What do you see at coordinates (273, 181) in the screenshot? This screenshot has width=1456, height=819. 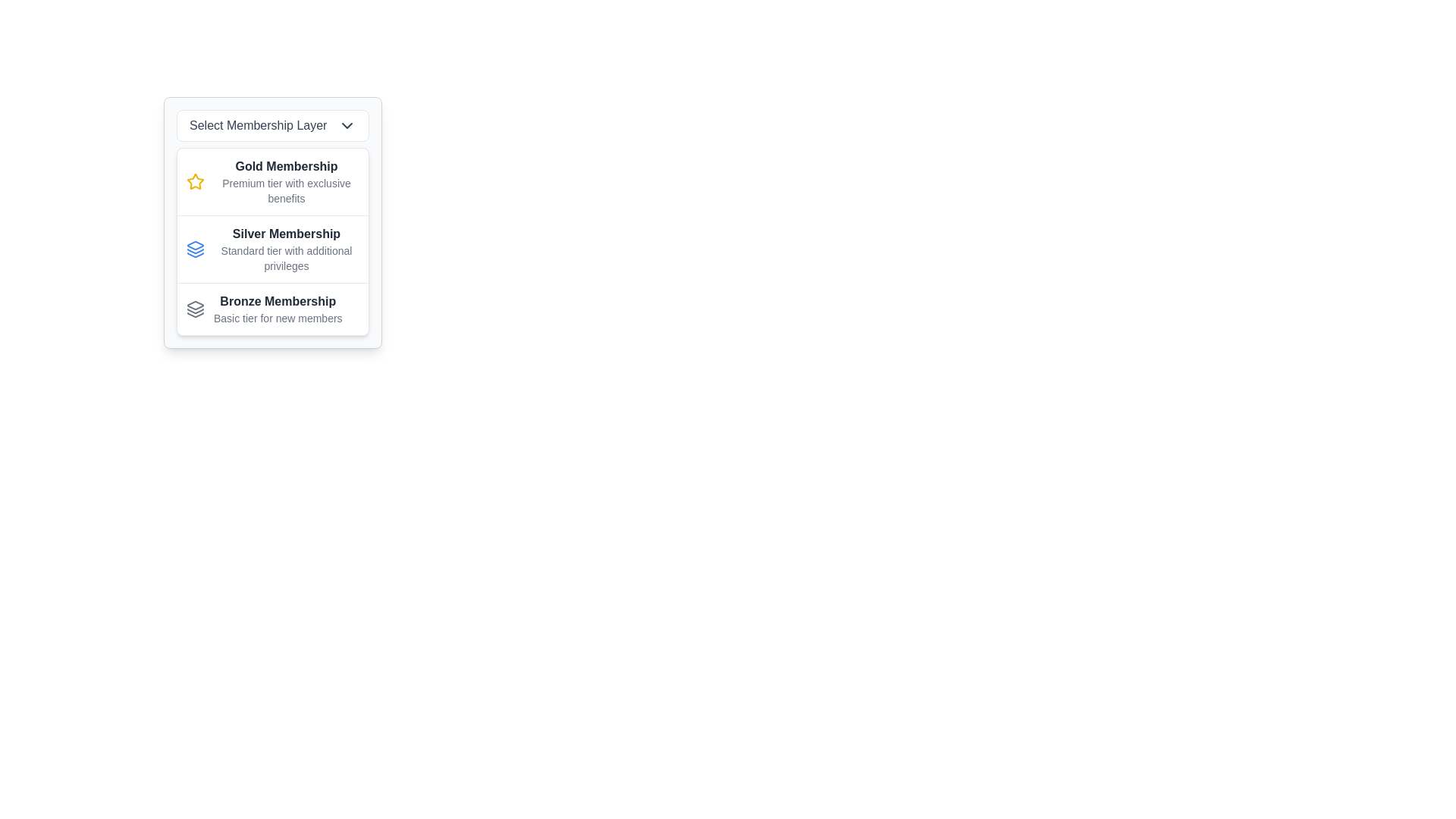 I see `the first list item labeled 'Gold Membership' with a golden star icon, which is directly below the 'Select Membership Layer' dropdown` at bounding box center [273, 181].